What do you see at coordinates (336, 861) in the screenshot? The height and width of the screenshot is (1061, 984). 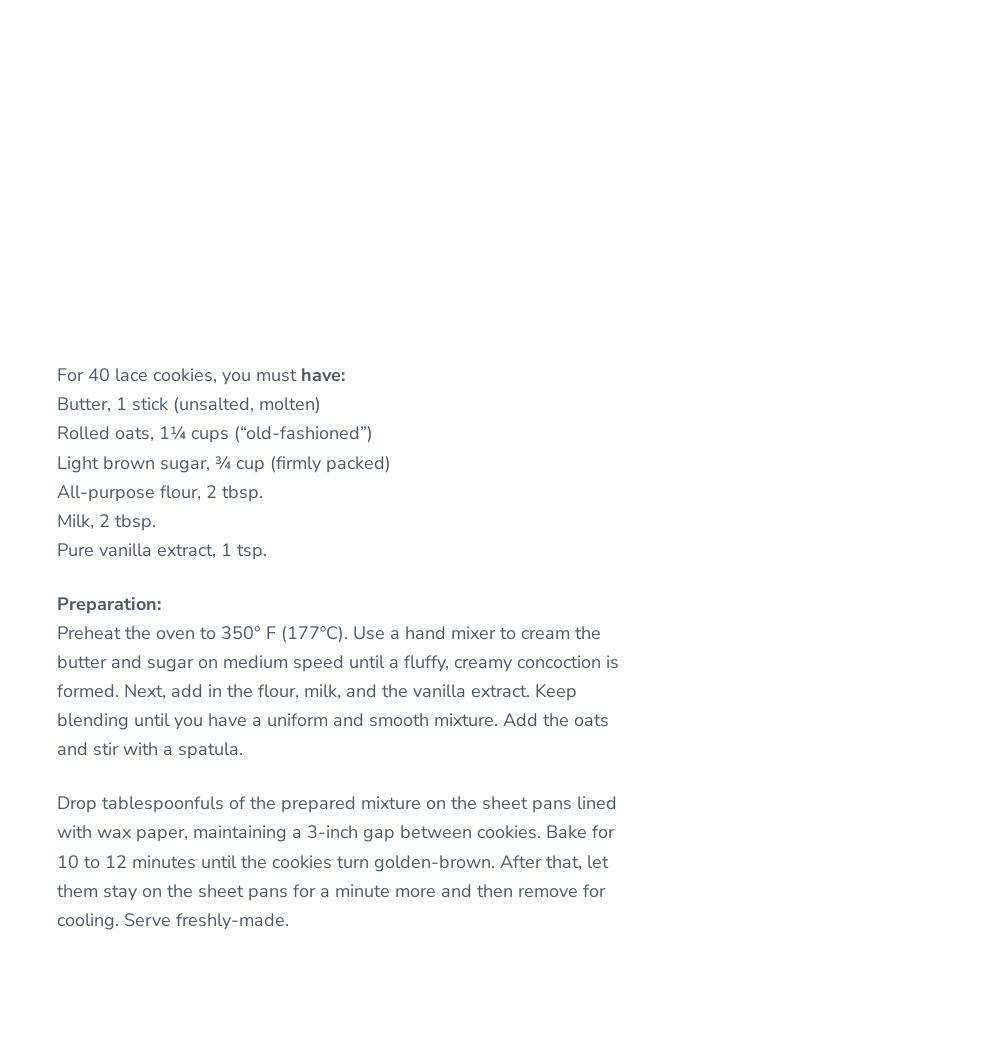 I see `'Drop tablespoonfuls of the prepared mixture on the sheet pans lined with wax paper, maintaining a 3-inch gap between cookies. Bake for 10 to 12 minutes until the cookies turn golden-brown. After that, let them stay on the sheet pans for a minute more and then remove for cooling. Serve freshly-made.'` at bounding box center [336, 861].